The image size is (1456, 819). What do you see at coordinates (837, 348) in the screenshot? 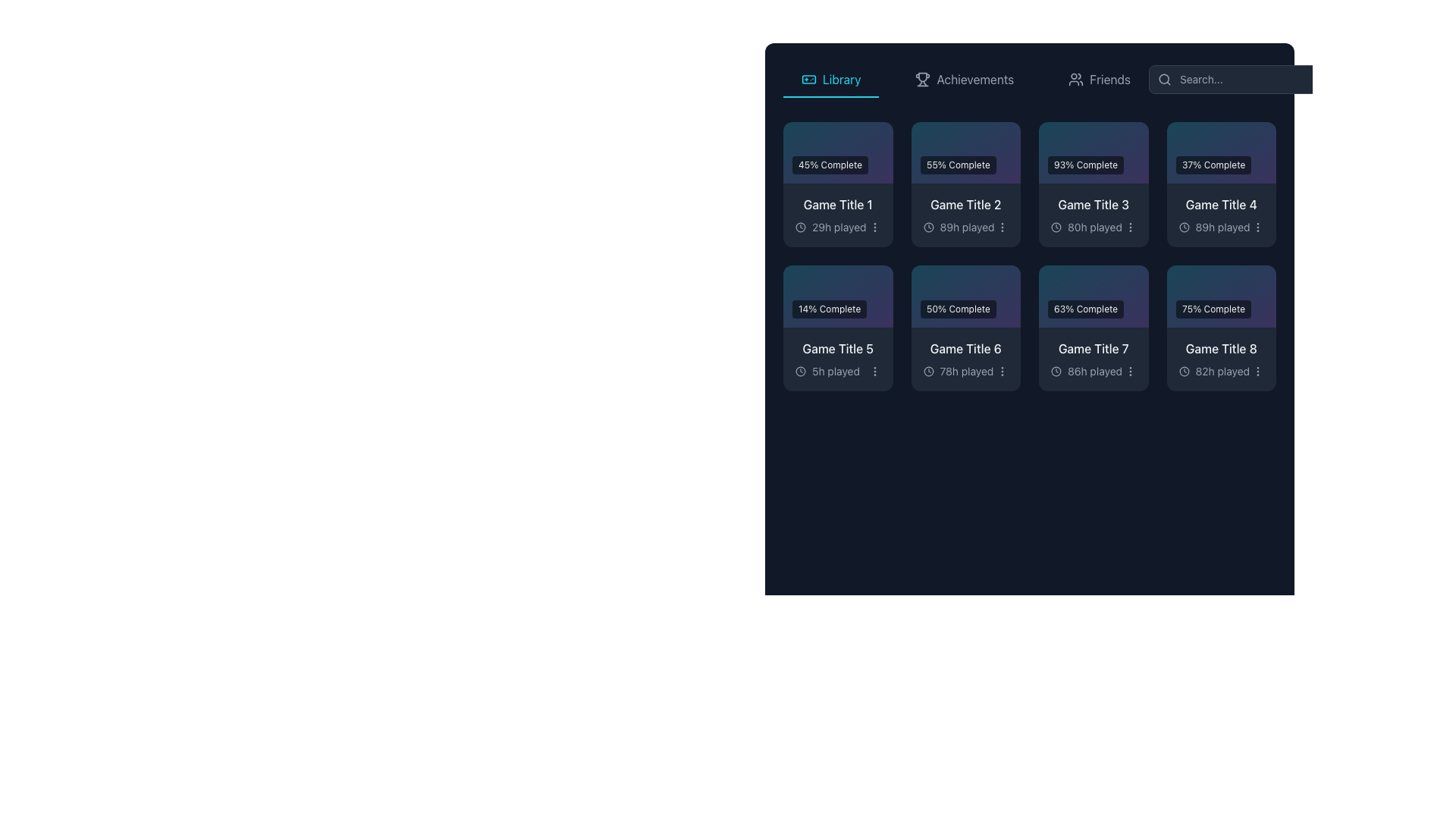
I see `the text label displaying 'Game Title 5' located in the lower section of a card layout, beneath a progress indicator and above play time` at bounding box center [837, 348].